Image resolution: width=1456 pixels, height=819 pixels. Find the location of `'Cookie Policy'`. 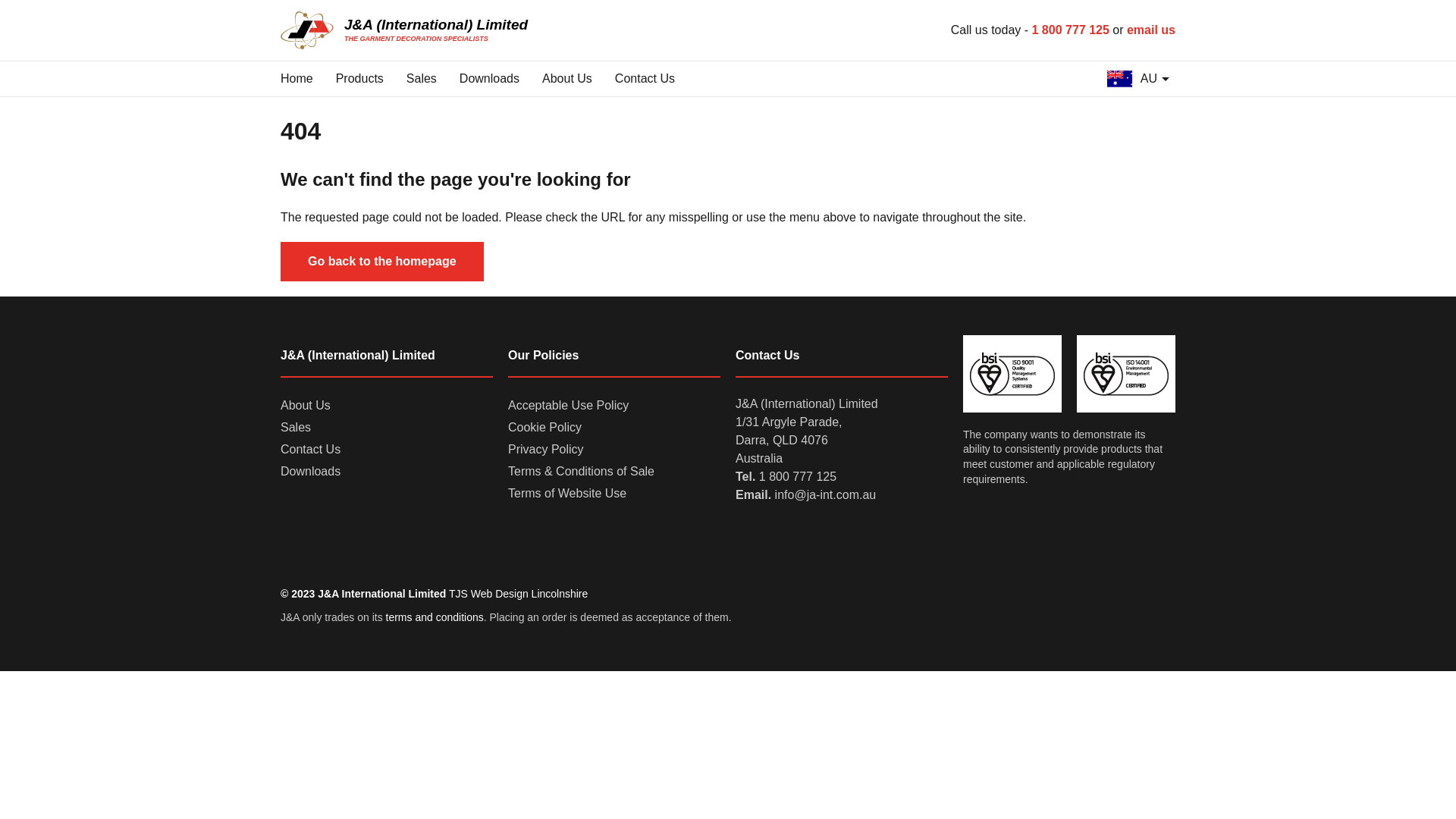

'Cookie Policy' is located at coordinates (544, 428).